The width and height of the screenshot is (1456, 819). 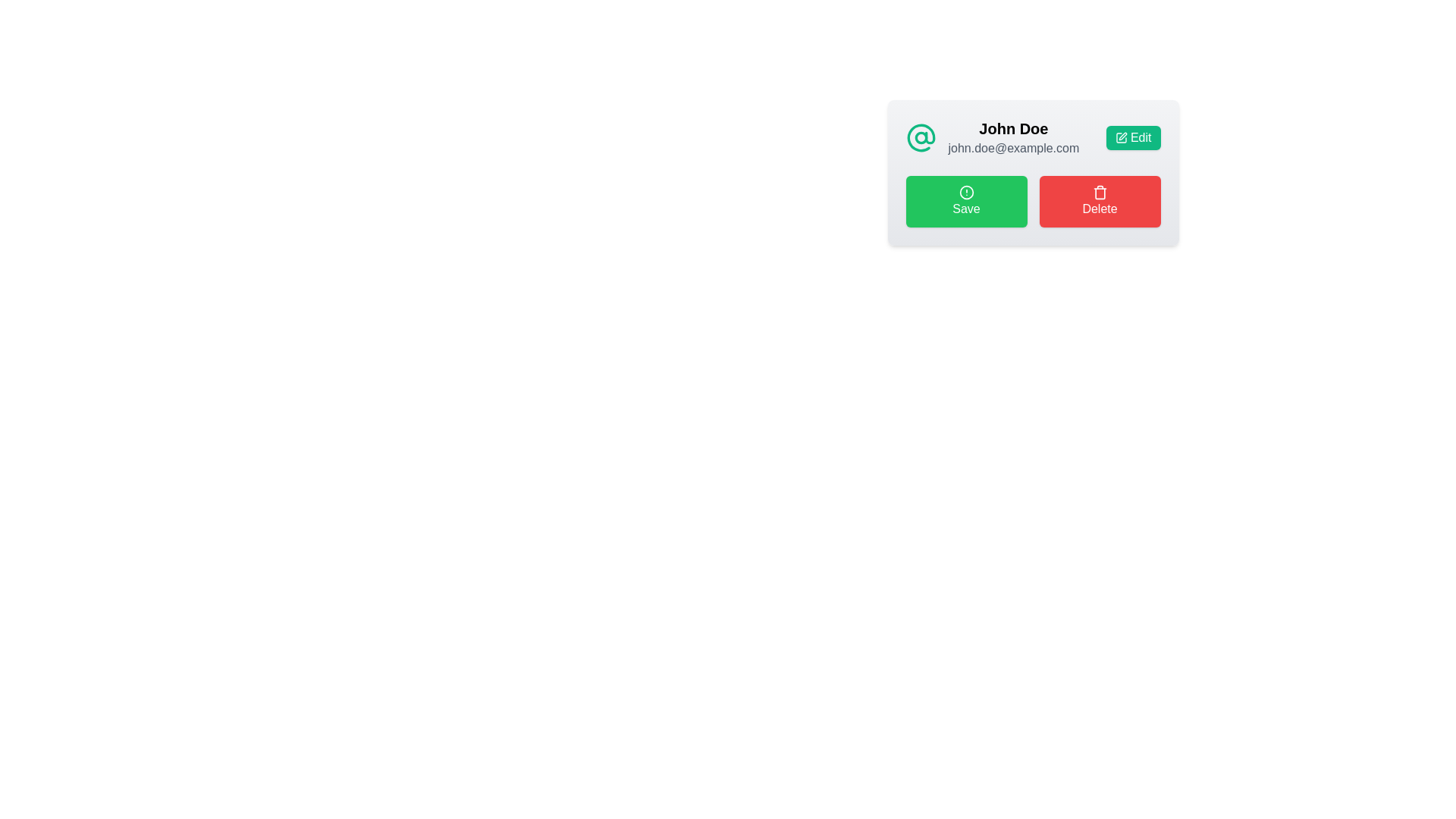 I want to click on the 'Edit' button with a vibrant green background and a pen icon to initiate the edit action, so click(x=1132, y=137).